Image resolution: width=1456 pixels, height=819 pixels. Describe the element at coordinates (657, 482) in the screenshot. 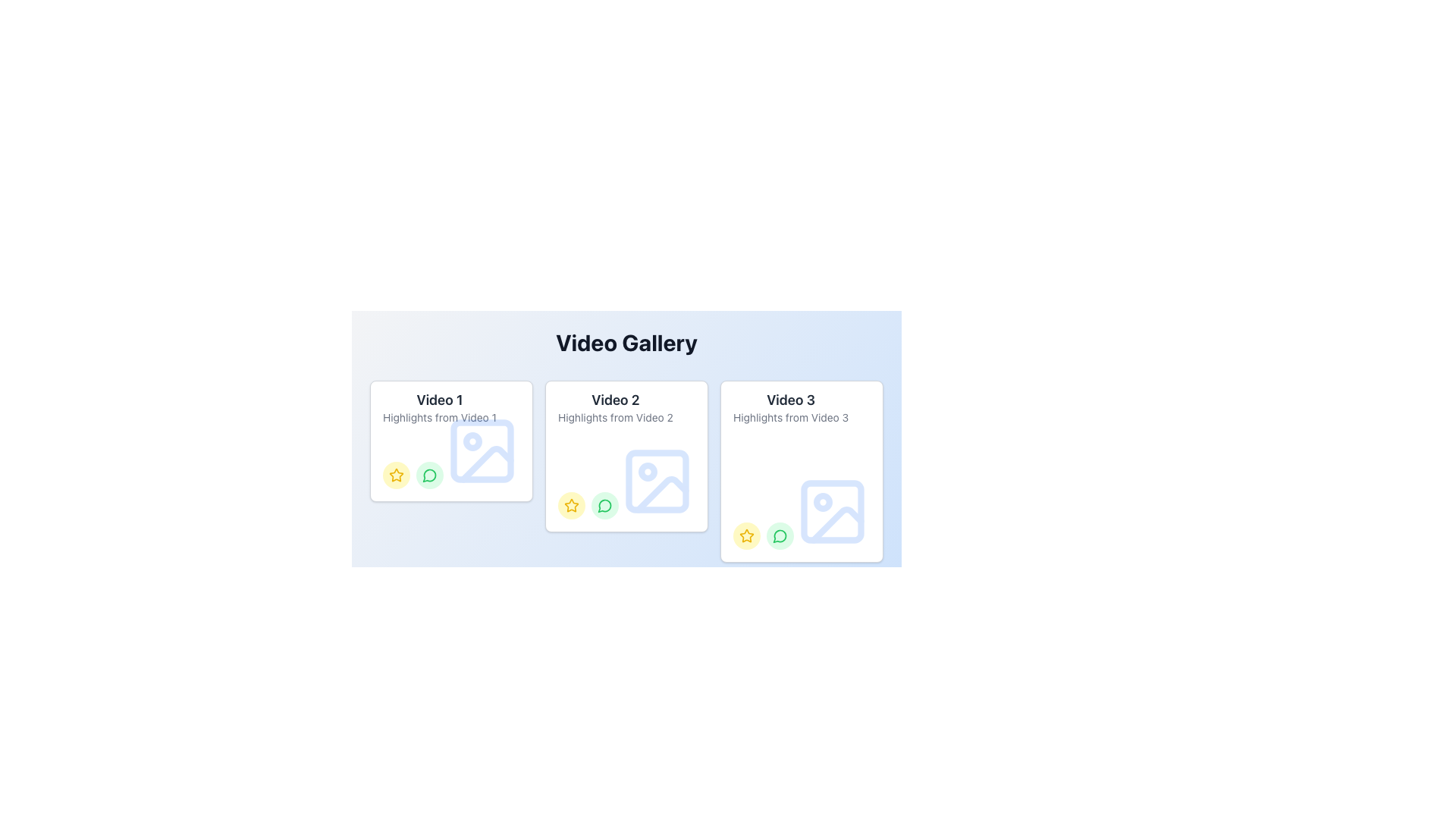

I see `the semi-transparent blue icon with a rectangle outline, circle, and diagonal line that is located in the 'Video 2' card gallery display` at that location.